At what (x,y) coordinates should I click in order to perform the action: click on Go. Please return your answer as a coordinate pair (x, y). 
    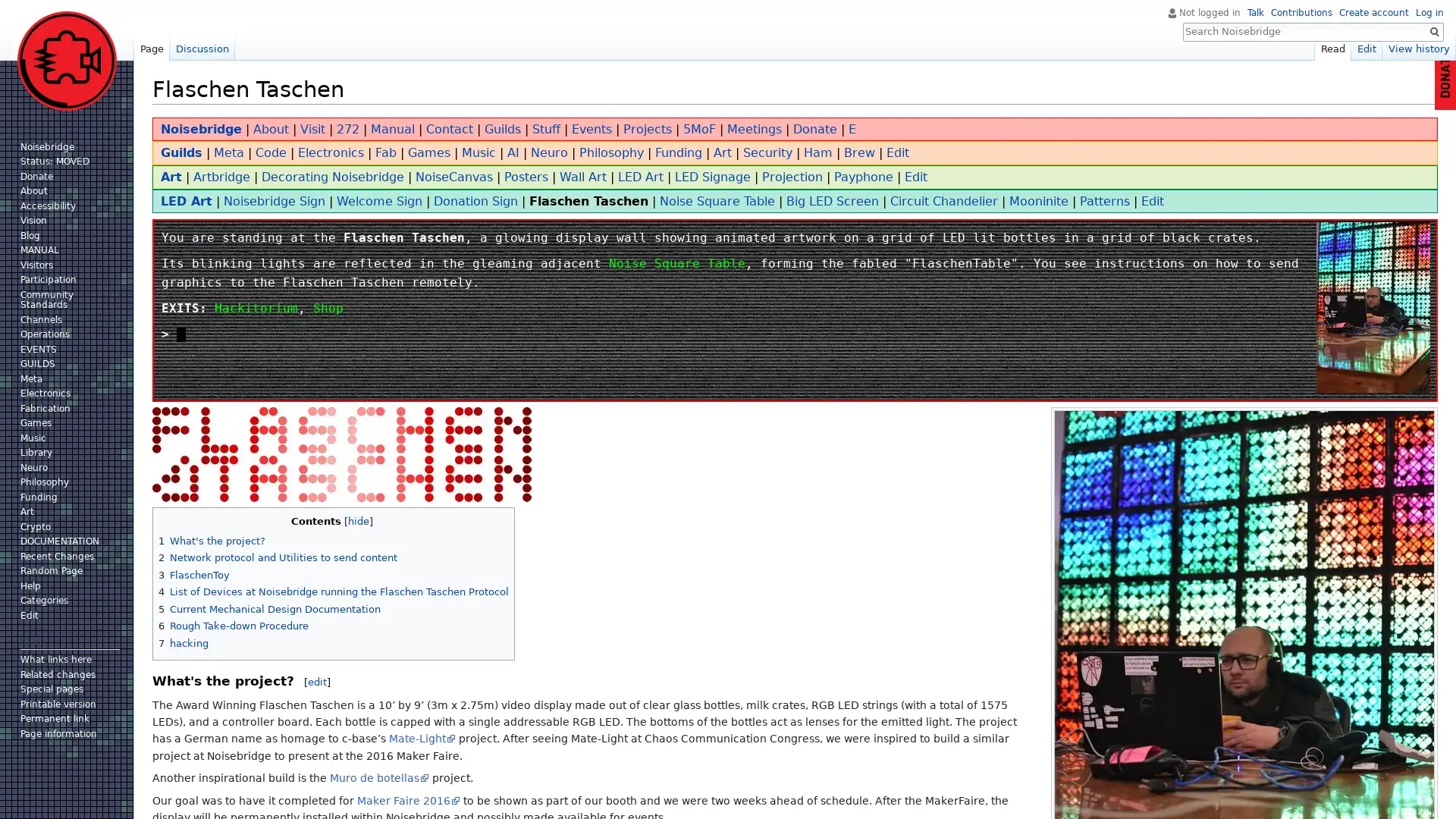
    Looking at the image, I should click on (1433, 32).